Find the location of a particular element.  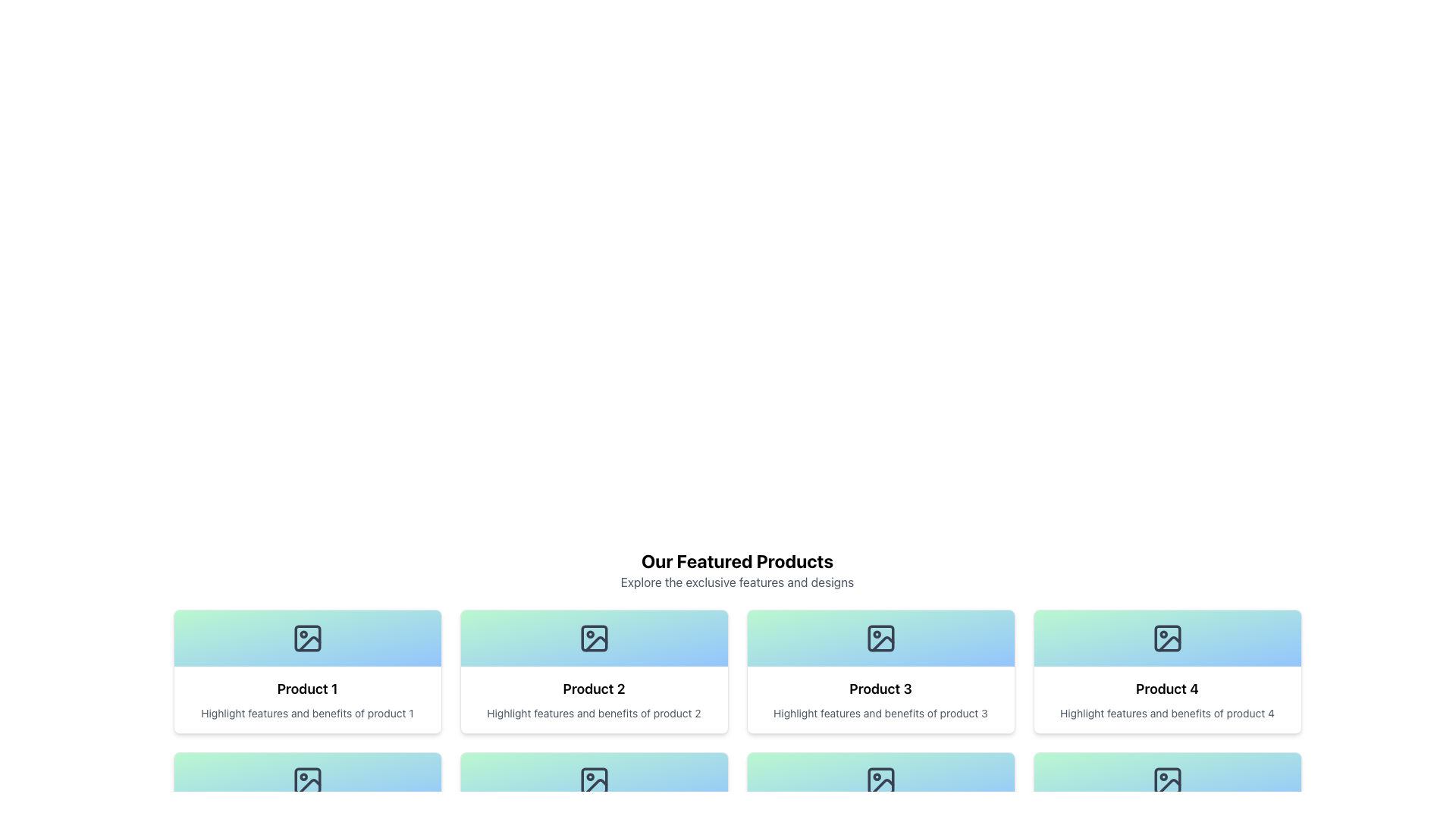

the image placeholder icon located at the top-center of the lower right product card in the grid of featured product cards is located at coordinates (1166, 780).